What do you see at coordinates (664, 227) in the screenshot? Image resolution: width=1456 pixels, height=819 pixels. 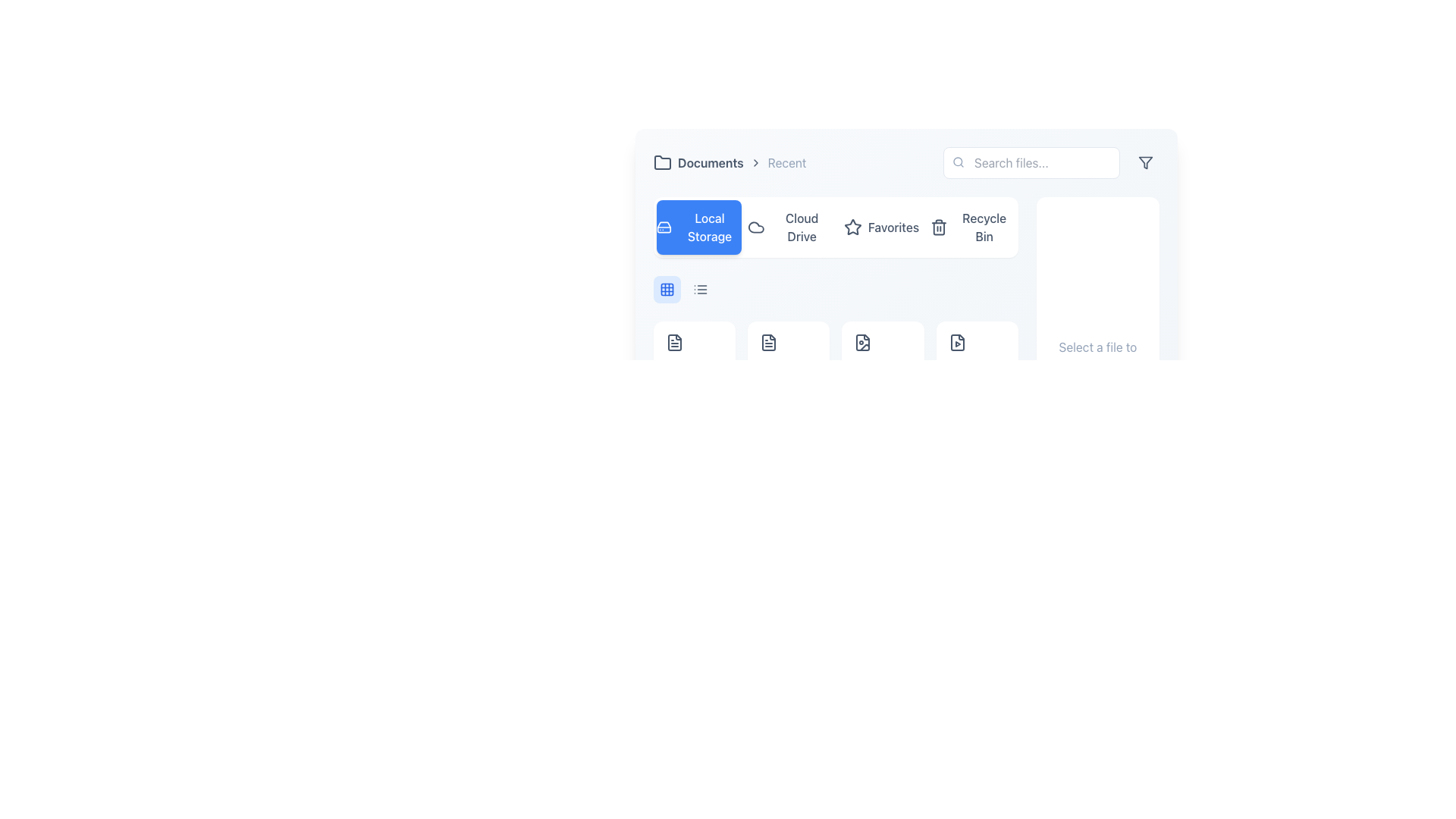 I see `the 'Local Storage' icon located to the left of the text 'Local Storage' in the upper-left portion of the interface's navigation menu` at bounding box center [664, 227].